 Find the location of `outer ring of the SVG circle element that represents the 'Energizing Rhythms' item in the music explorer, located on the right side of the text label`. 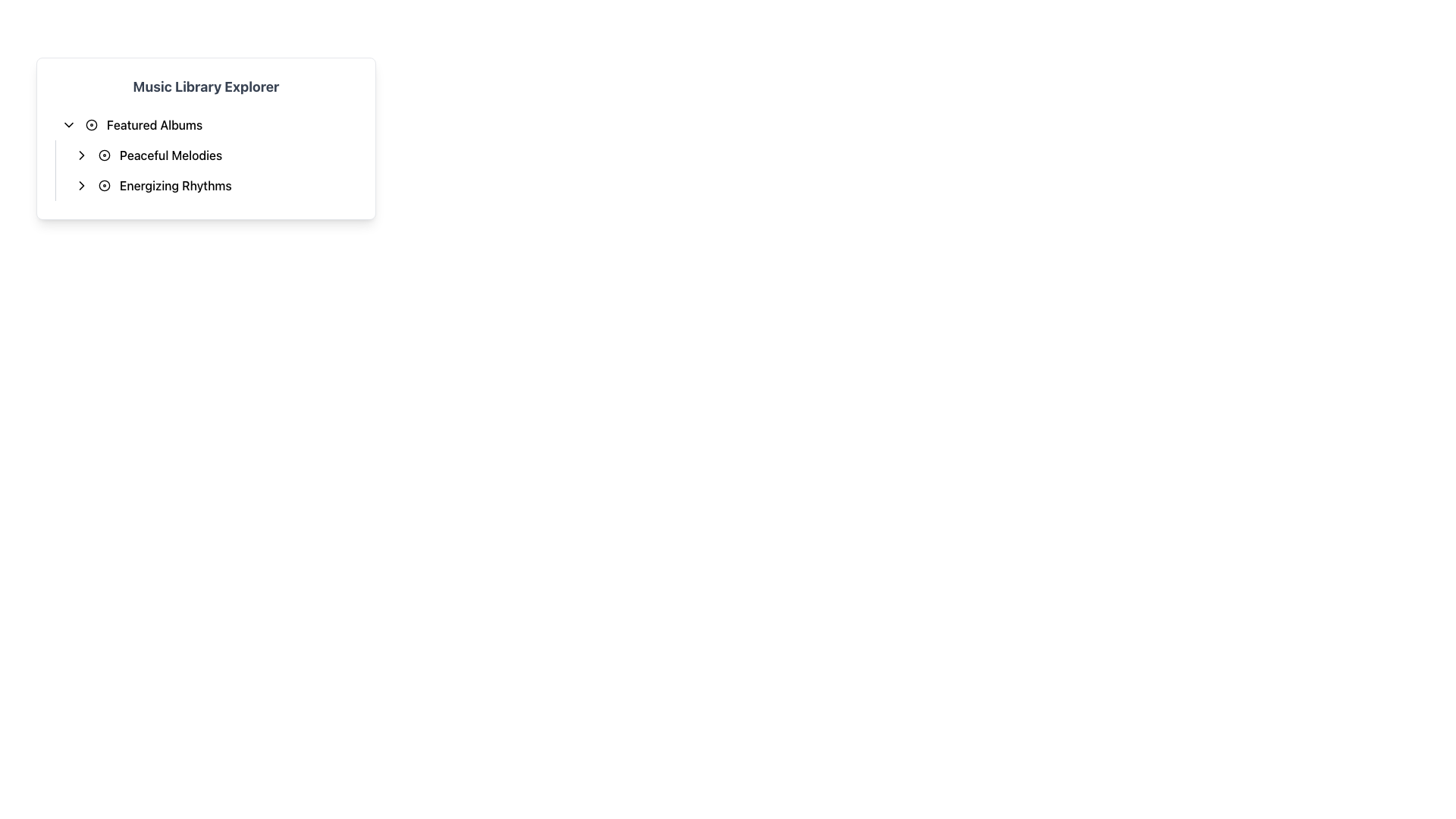

outer ring of the SVG circle element that represents the 'Energizing Rhythms' item in the music explorer, located on the right side of the text label is located at coordinates (104, 185).